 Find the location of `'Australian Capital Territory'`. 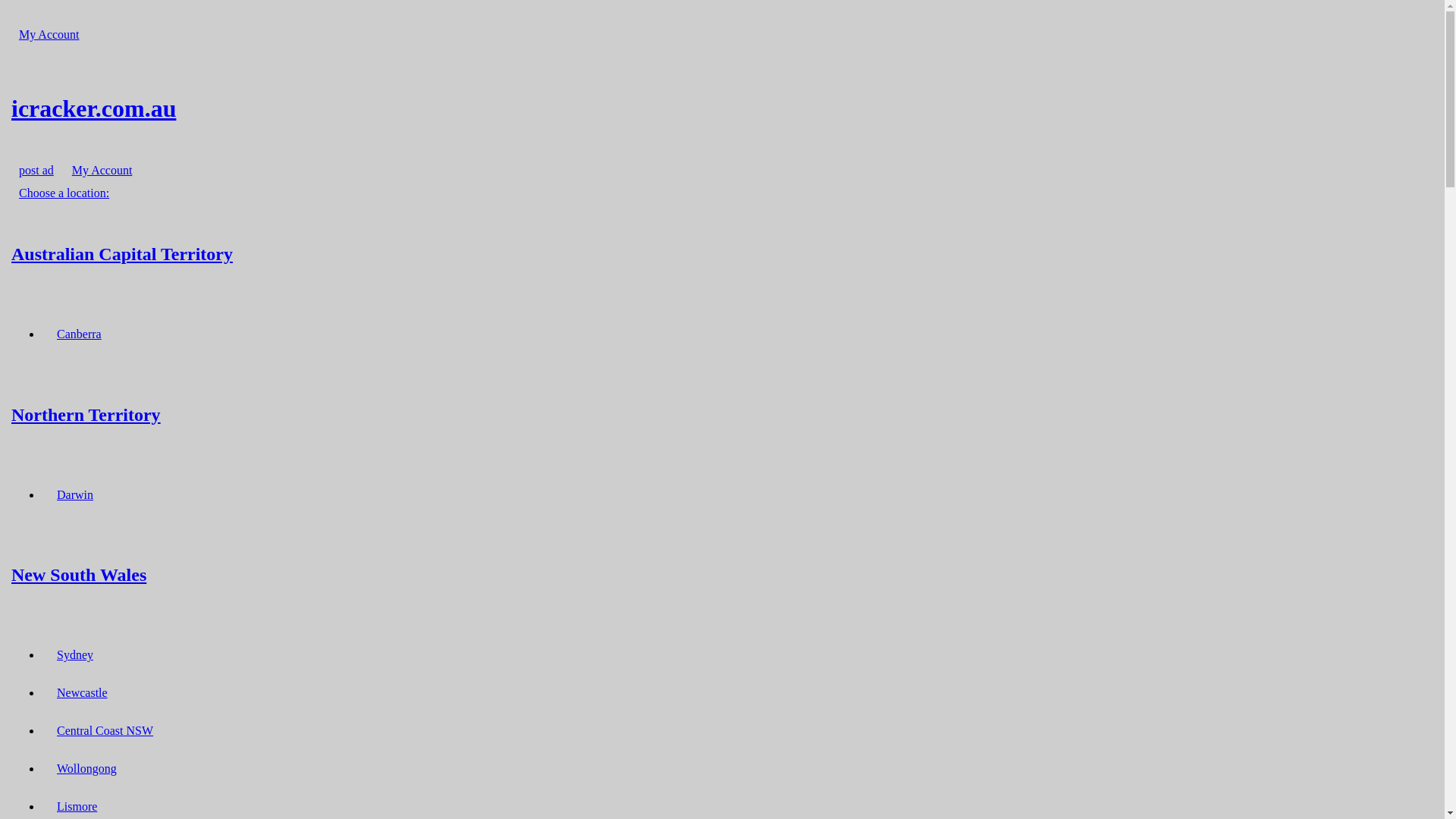

'Australian Capital Territory' is located at coordinates (721, 253).